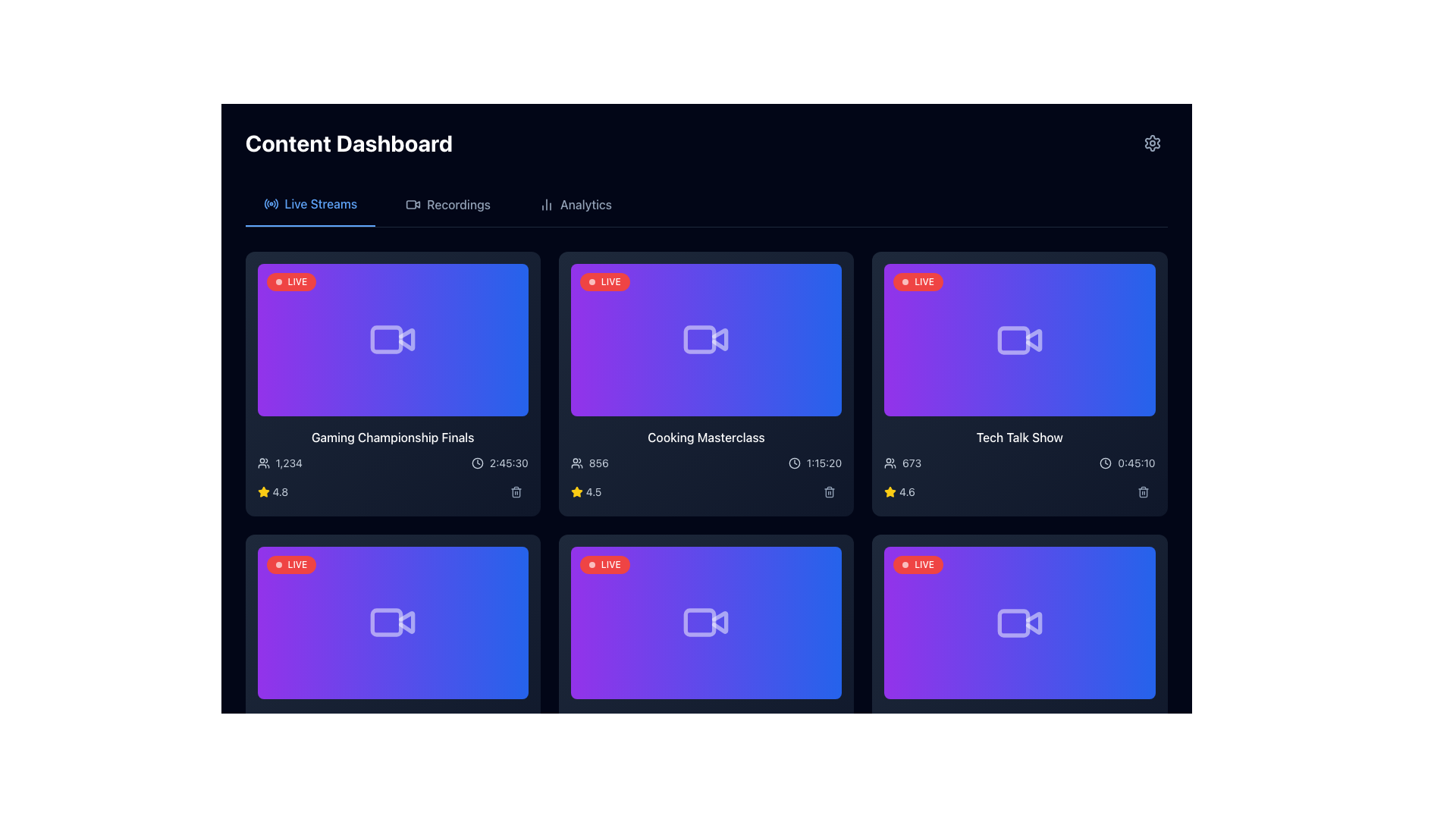 Image resolution: width=1456 pixels, height=819 pixels. Describe the element at coordinates (1128, 462) in the screenshot. I see `duration text located in the bottom-right corner of the 'Tech Talk Show' card in the third column of the top row, next to a delete/trash icon` at that location.